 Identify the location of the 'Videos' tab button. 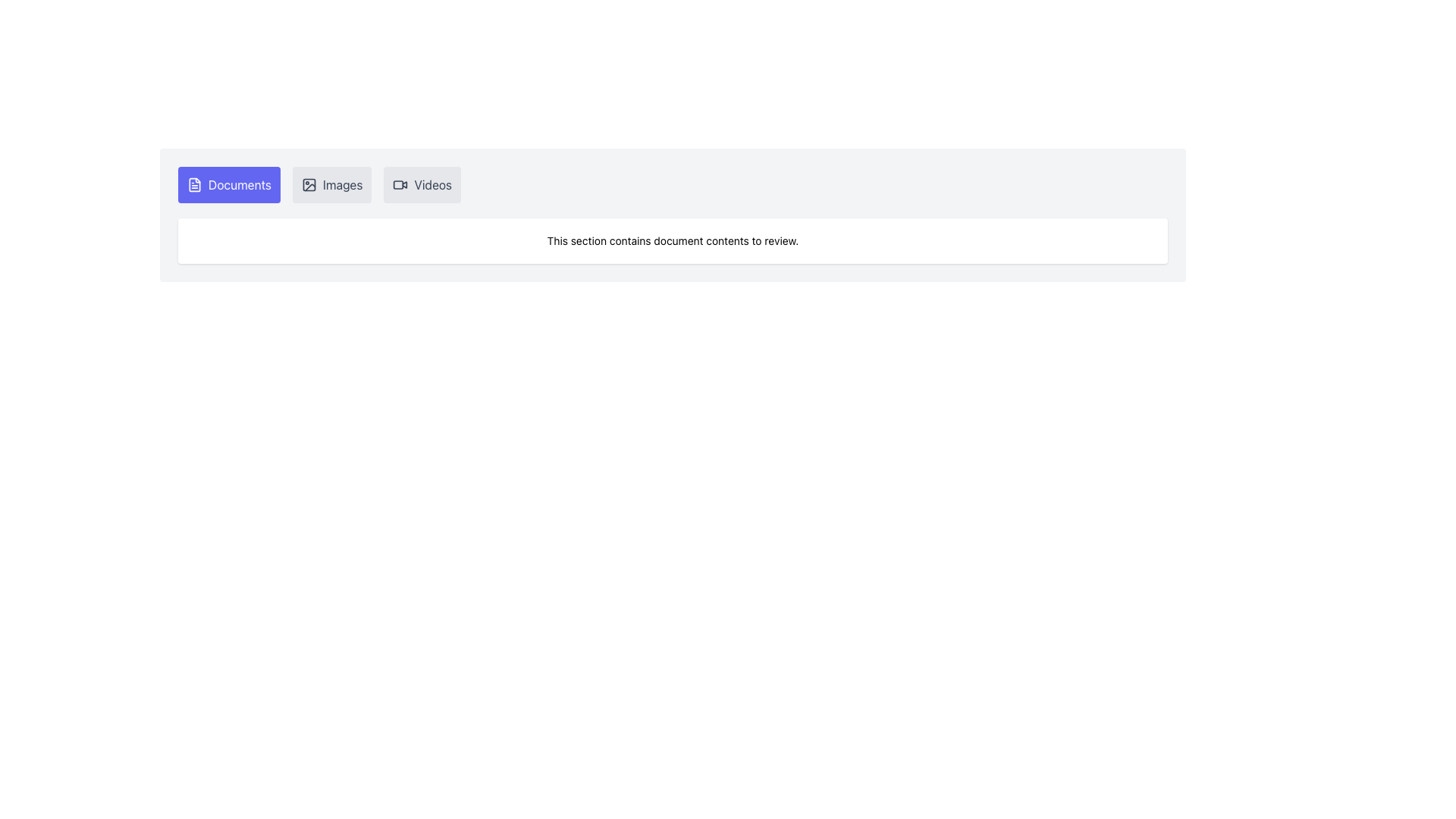
(422, 184).